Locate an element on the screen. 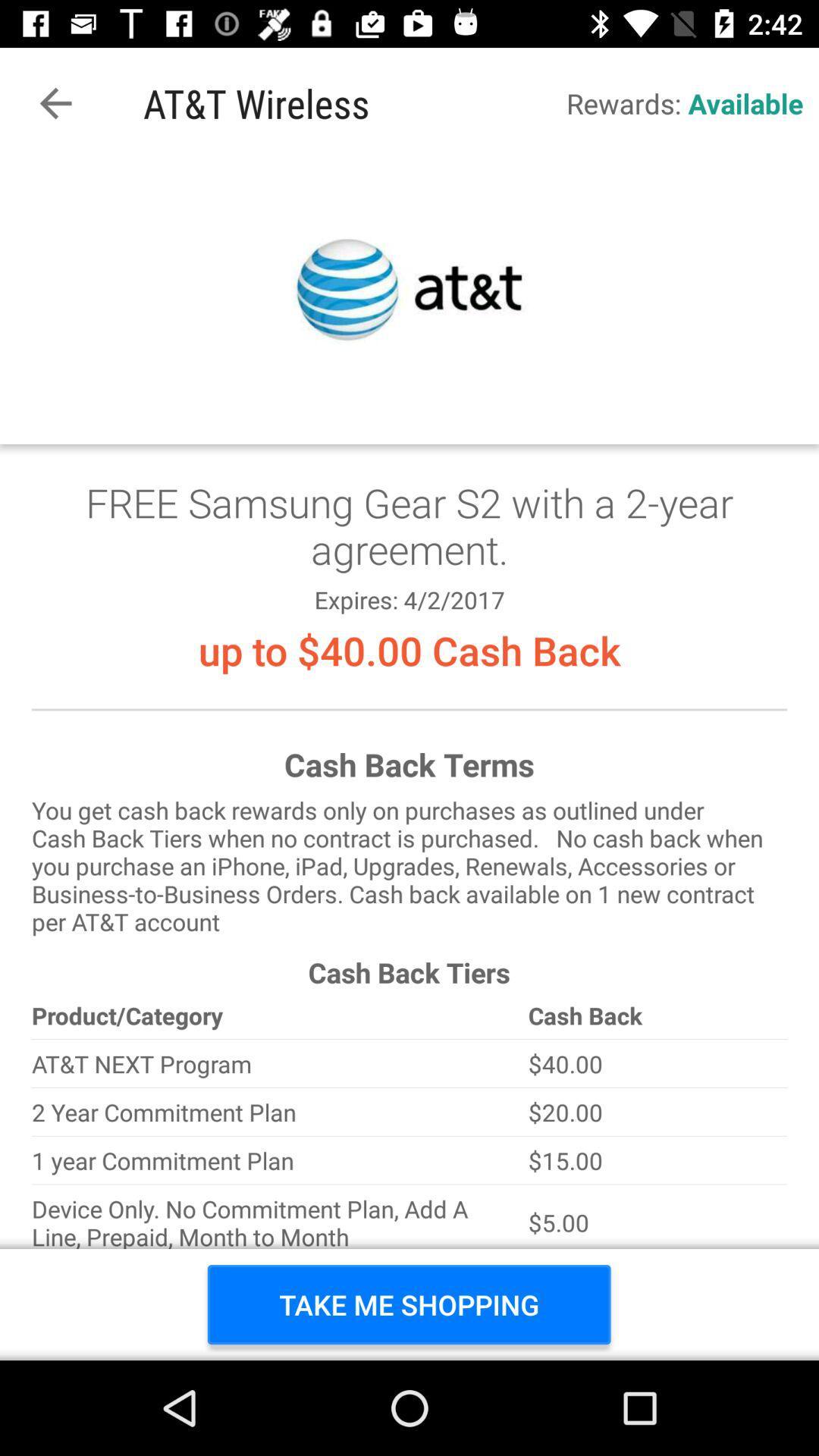 This screenshot has height=1456, width=819. the icon next to the at&t wireless icon is located at coordinates (55, 102).